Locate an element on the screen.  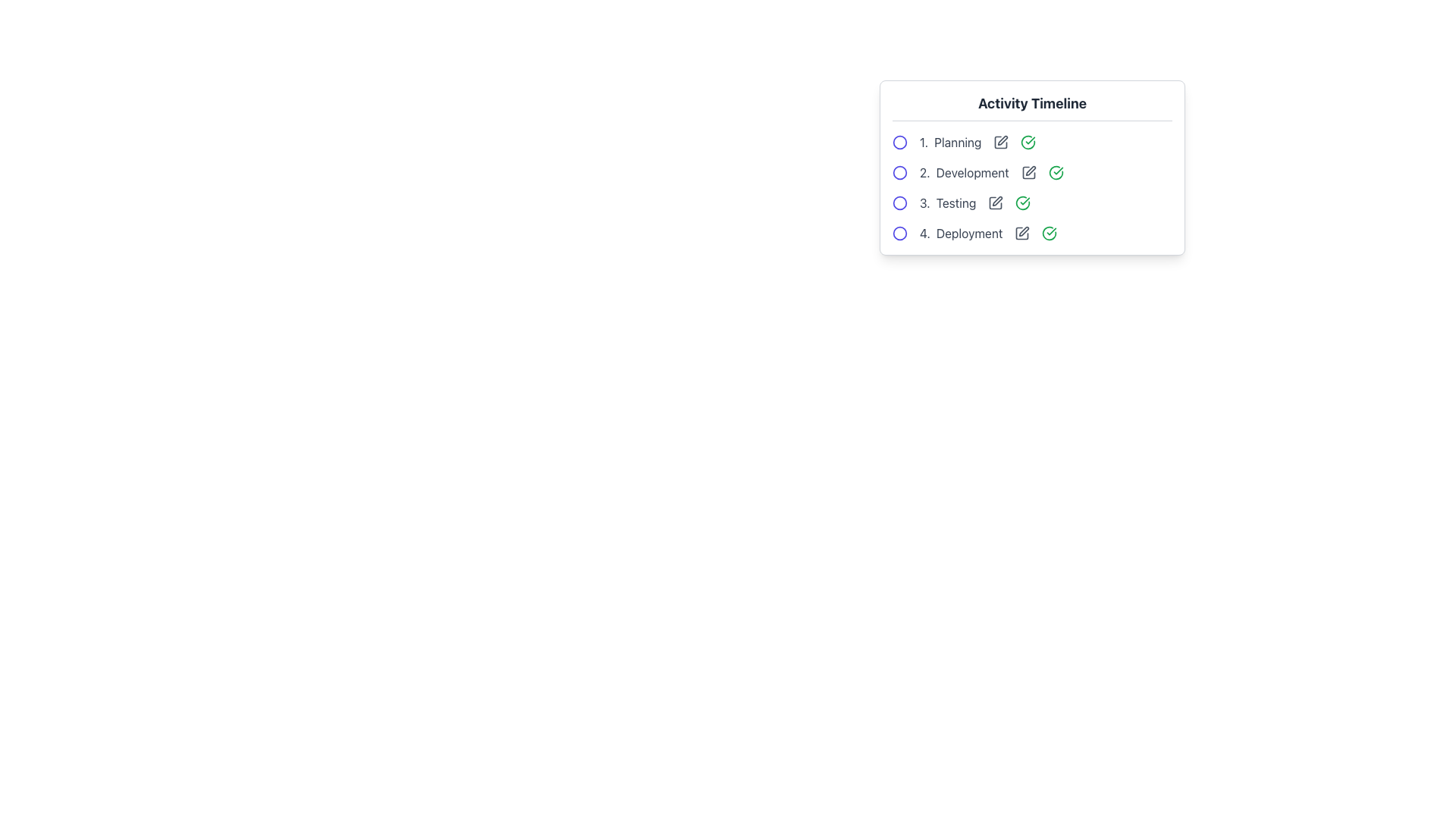
the 'Edit' button icon located in the row labeled '4. Deployment' in the activity timeline table is located at coordinates (1022, 234).